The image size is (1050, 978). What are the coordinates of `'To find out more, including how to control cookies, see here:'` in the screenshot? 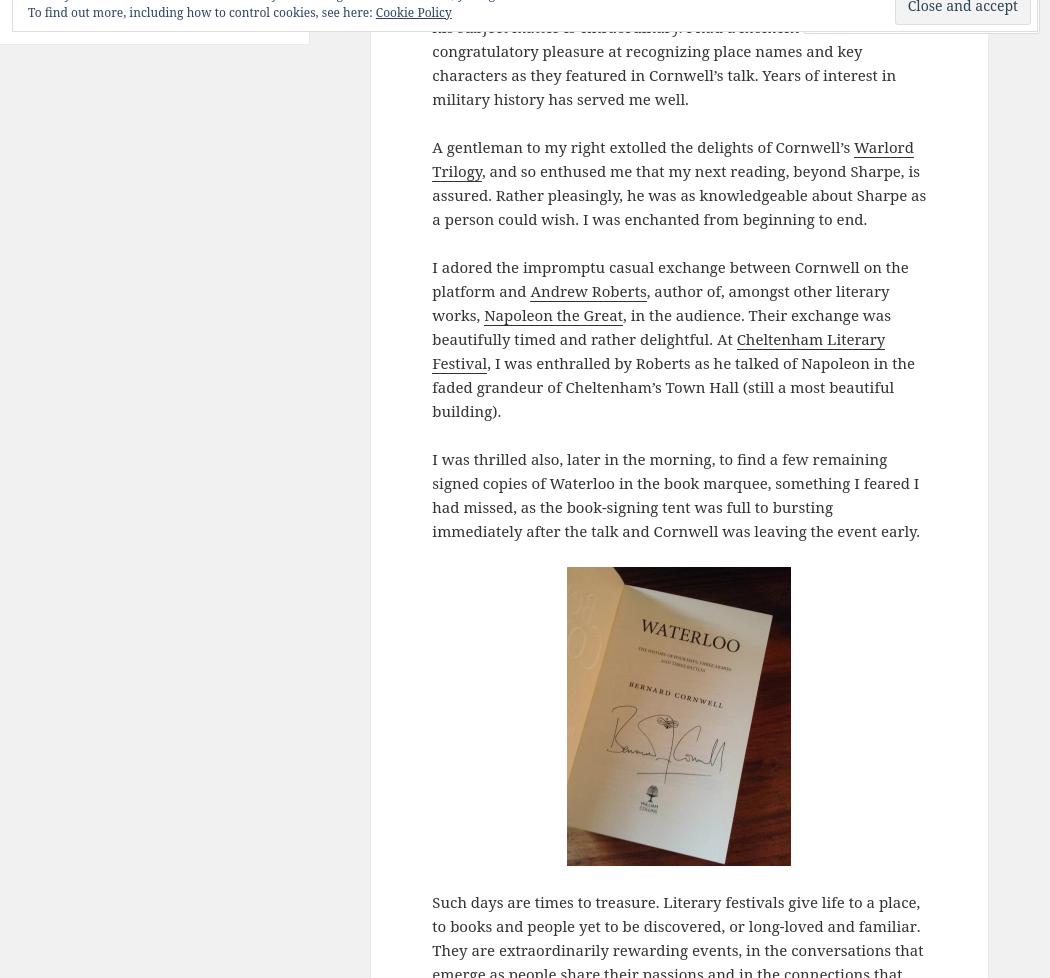 It's located at (200, 12).